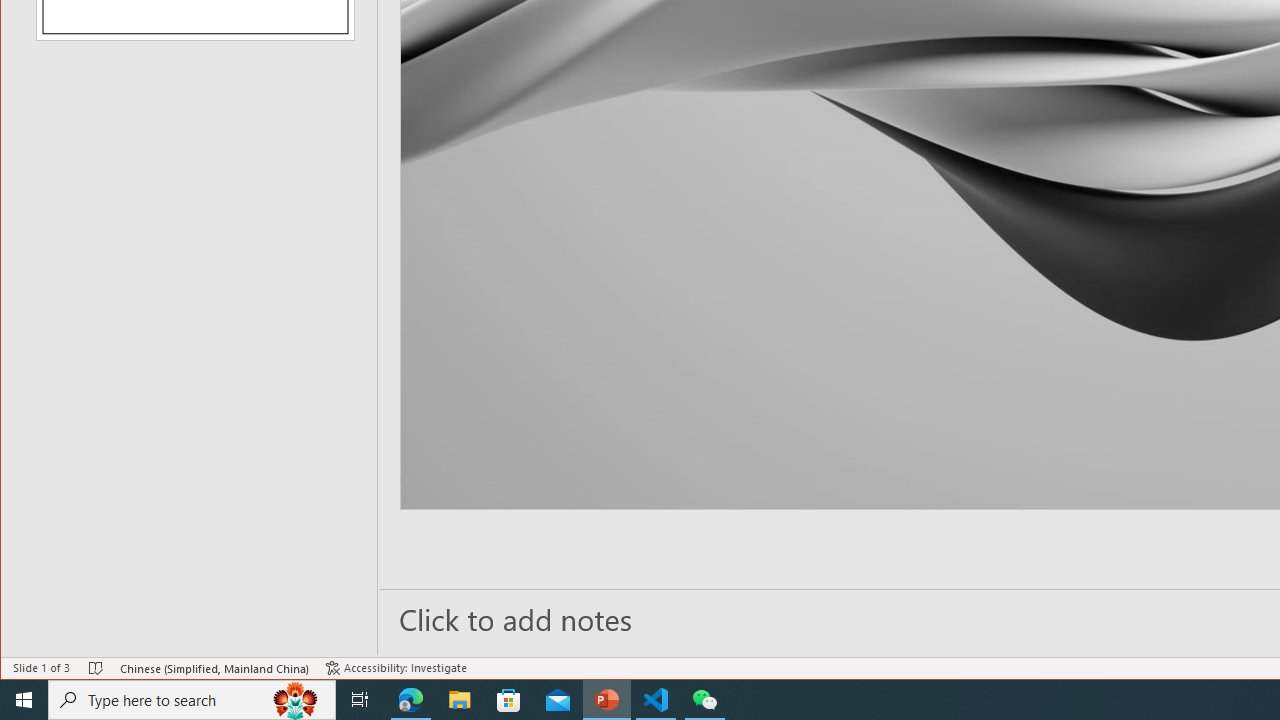  What do you see at coordinates (396, 668) in the screenshot?
I see `'Accessibility Checker Accessibility: Investigate'` at bounding box center [396, 668].